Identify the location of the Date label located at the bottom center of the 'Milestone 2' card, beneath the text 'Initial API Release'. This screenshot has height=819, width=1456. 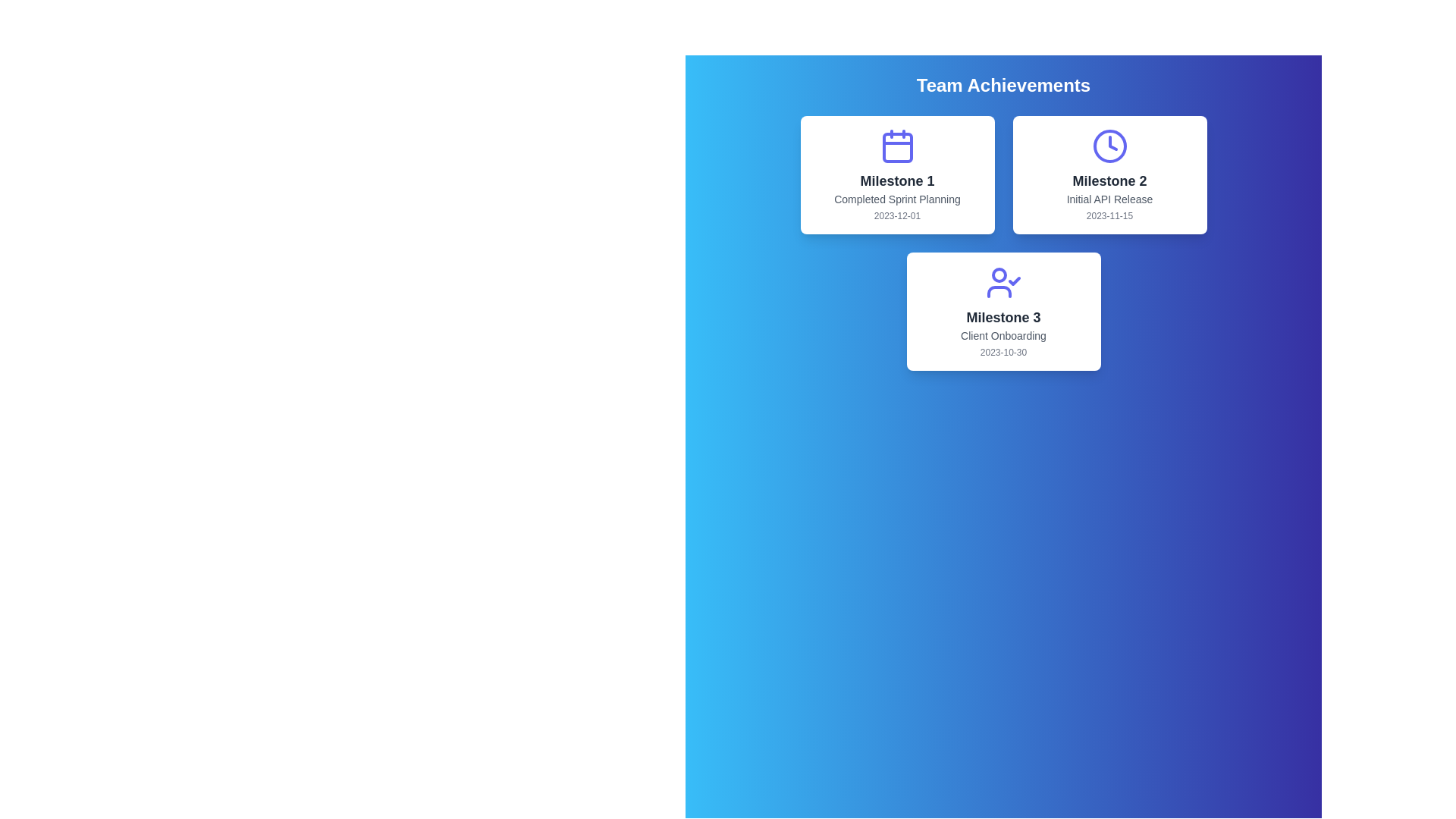
(1109, 216).